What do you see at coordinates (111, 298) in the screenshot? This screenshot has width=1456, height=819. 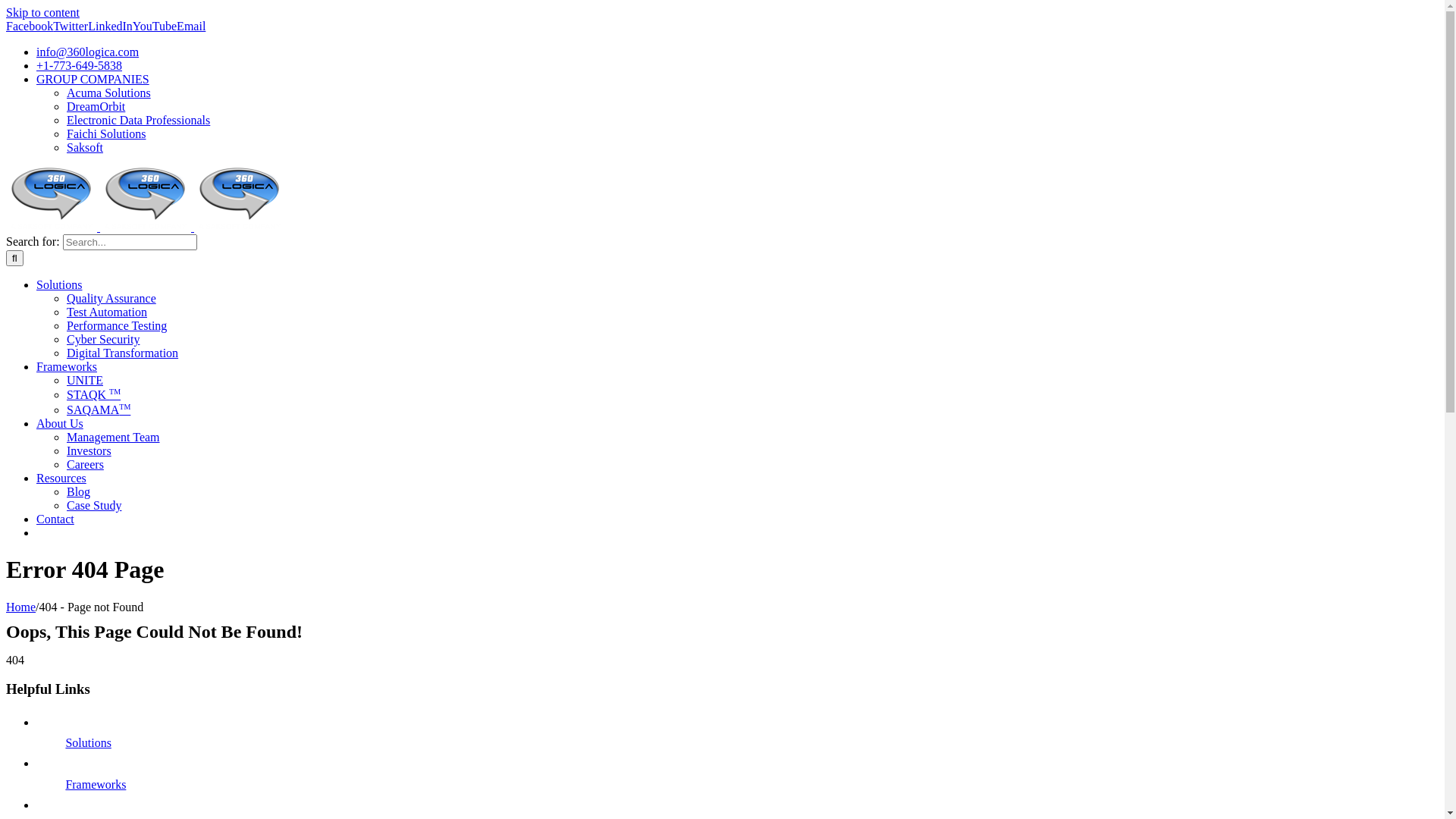 I see `'Quality Assurance'` at bounding box center [111, 298].